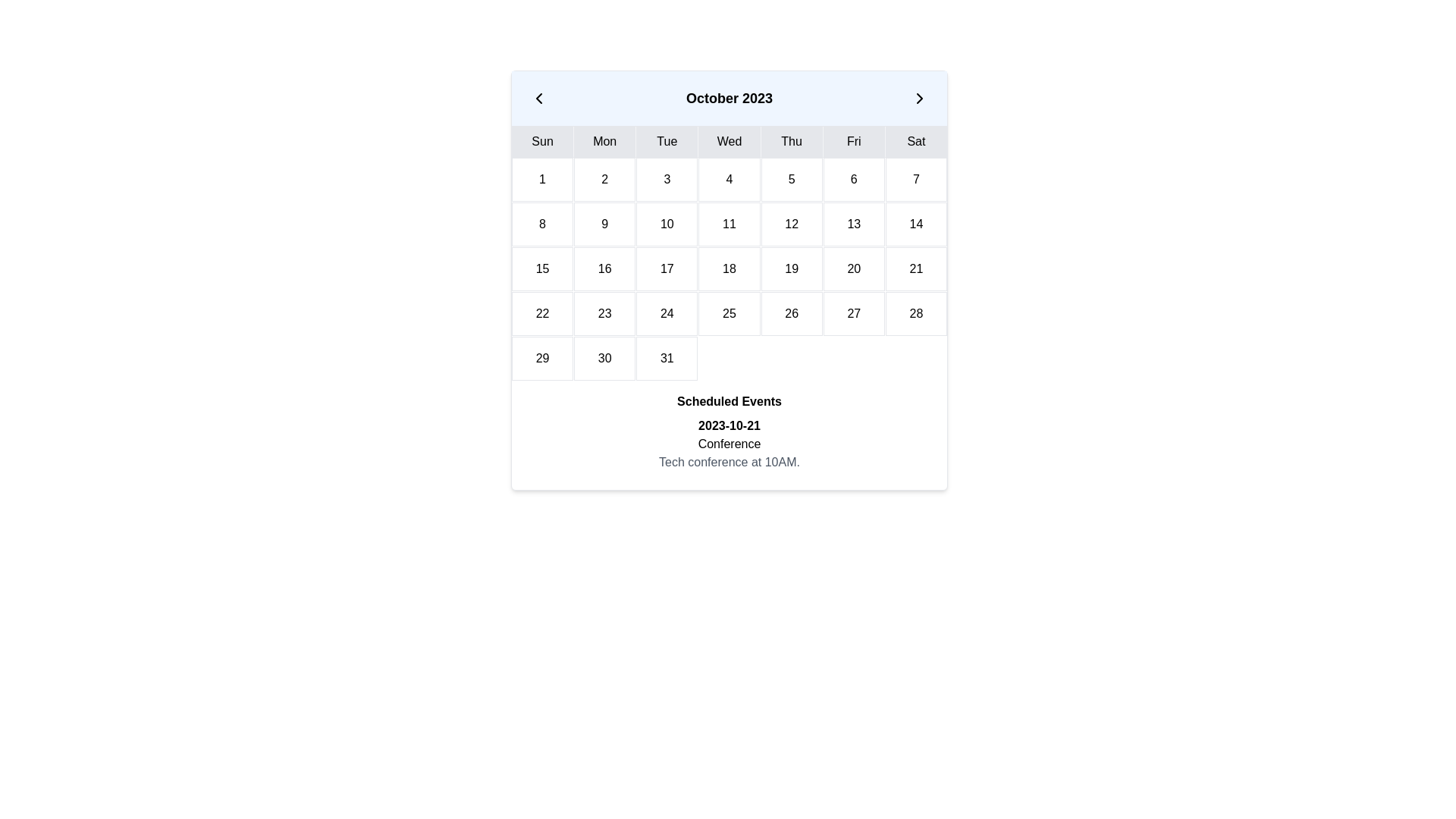  What do you see at coordinates (542, 178) in the screenshot?
I see `the static text element displaying the numeral '1' in the first cell of the first row of the calendar grid, under the column labeled 'Sun'` at bounding box center [542, 178].